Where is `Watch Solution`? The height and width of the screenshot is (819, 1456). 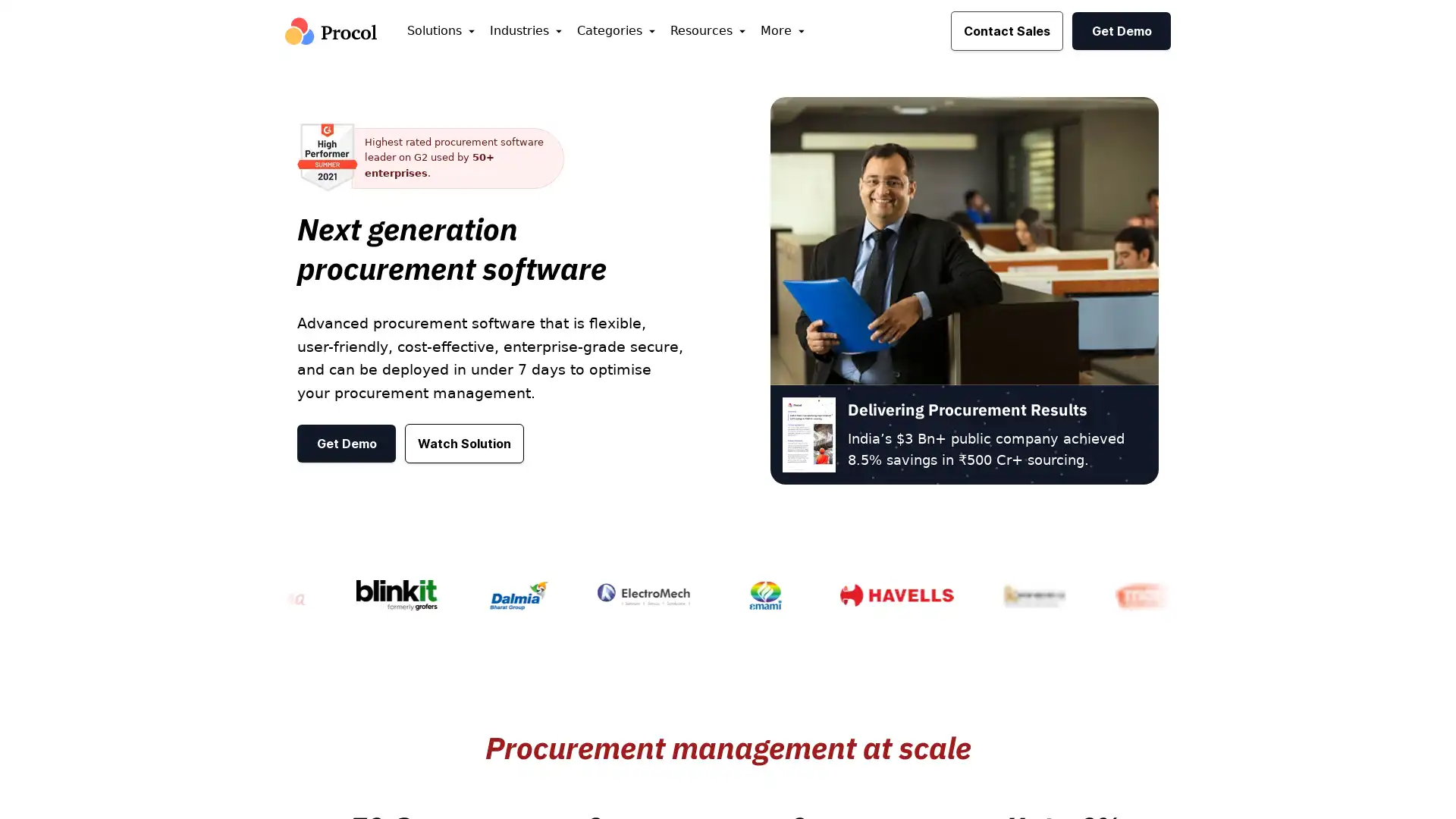
Watch Solution is located at coordinates (463, 442).